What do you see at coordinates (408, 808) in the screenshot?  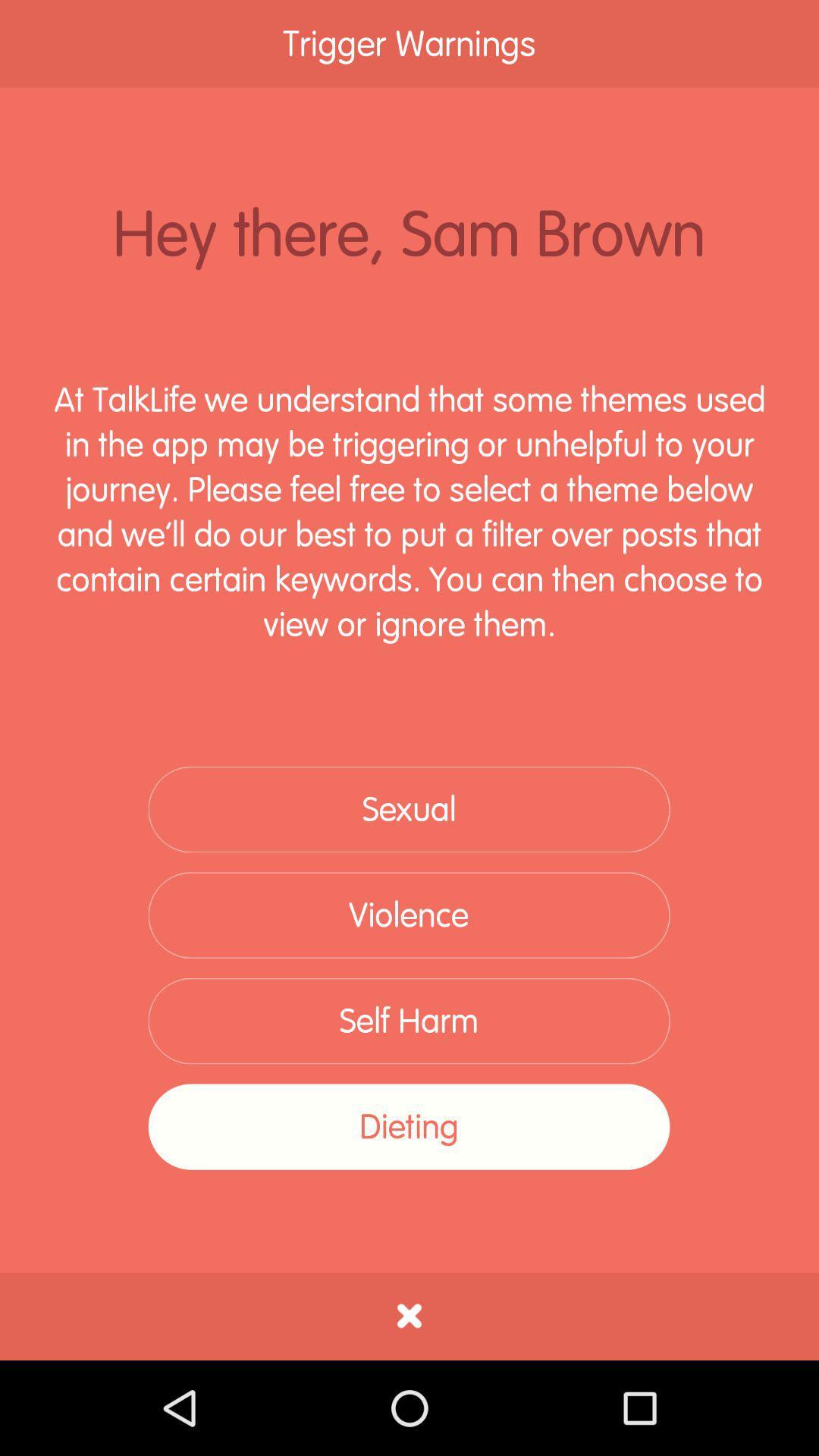 I see `the sexual item` at bounding box center [408, 808].